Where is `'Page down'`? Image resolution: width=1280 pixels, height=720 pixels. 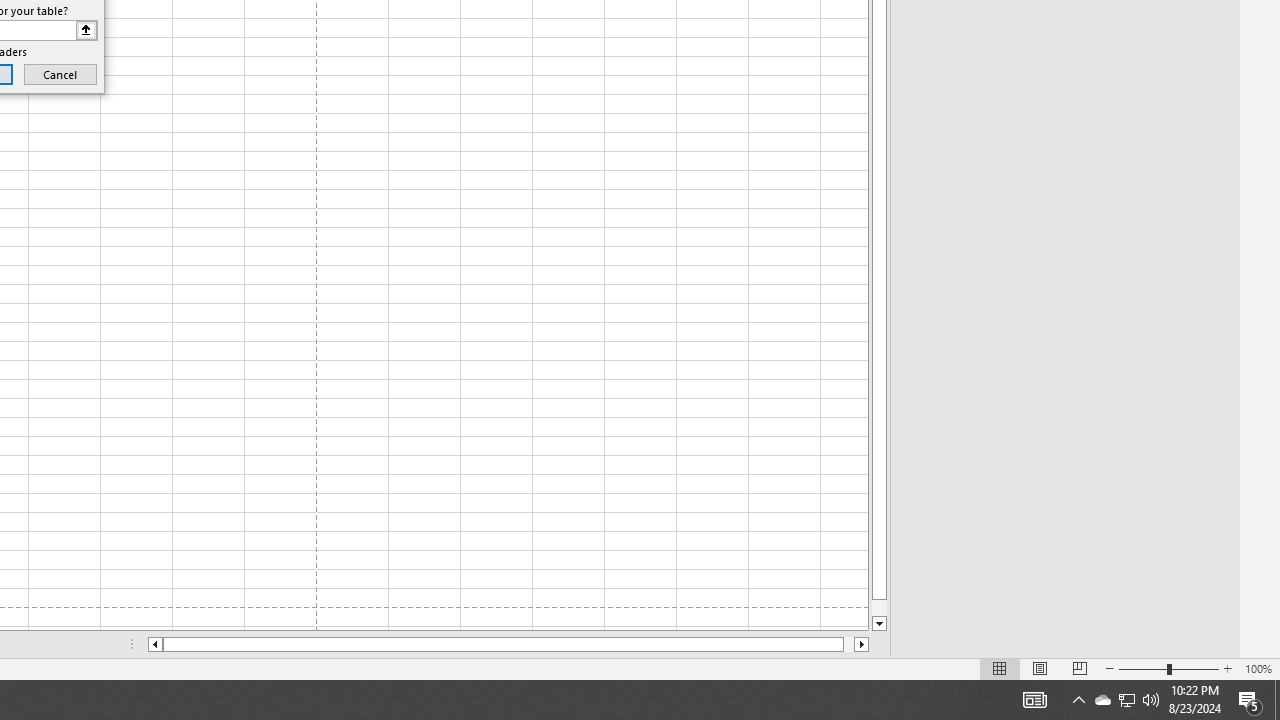
'Page down' is located at coordinates (879, 607).